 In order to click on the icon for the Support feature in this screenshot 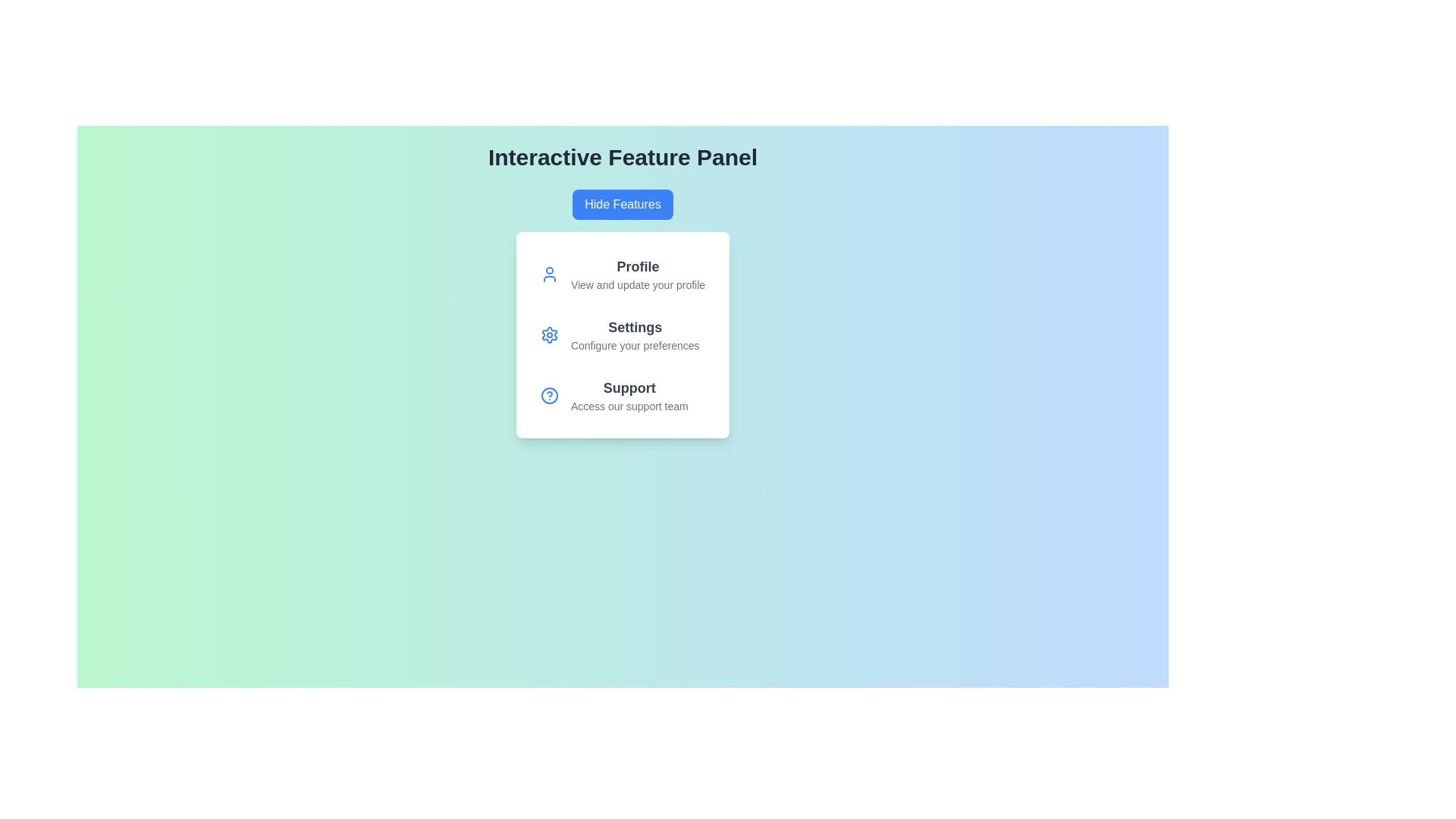, I will do `click(548, 394)`.